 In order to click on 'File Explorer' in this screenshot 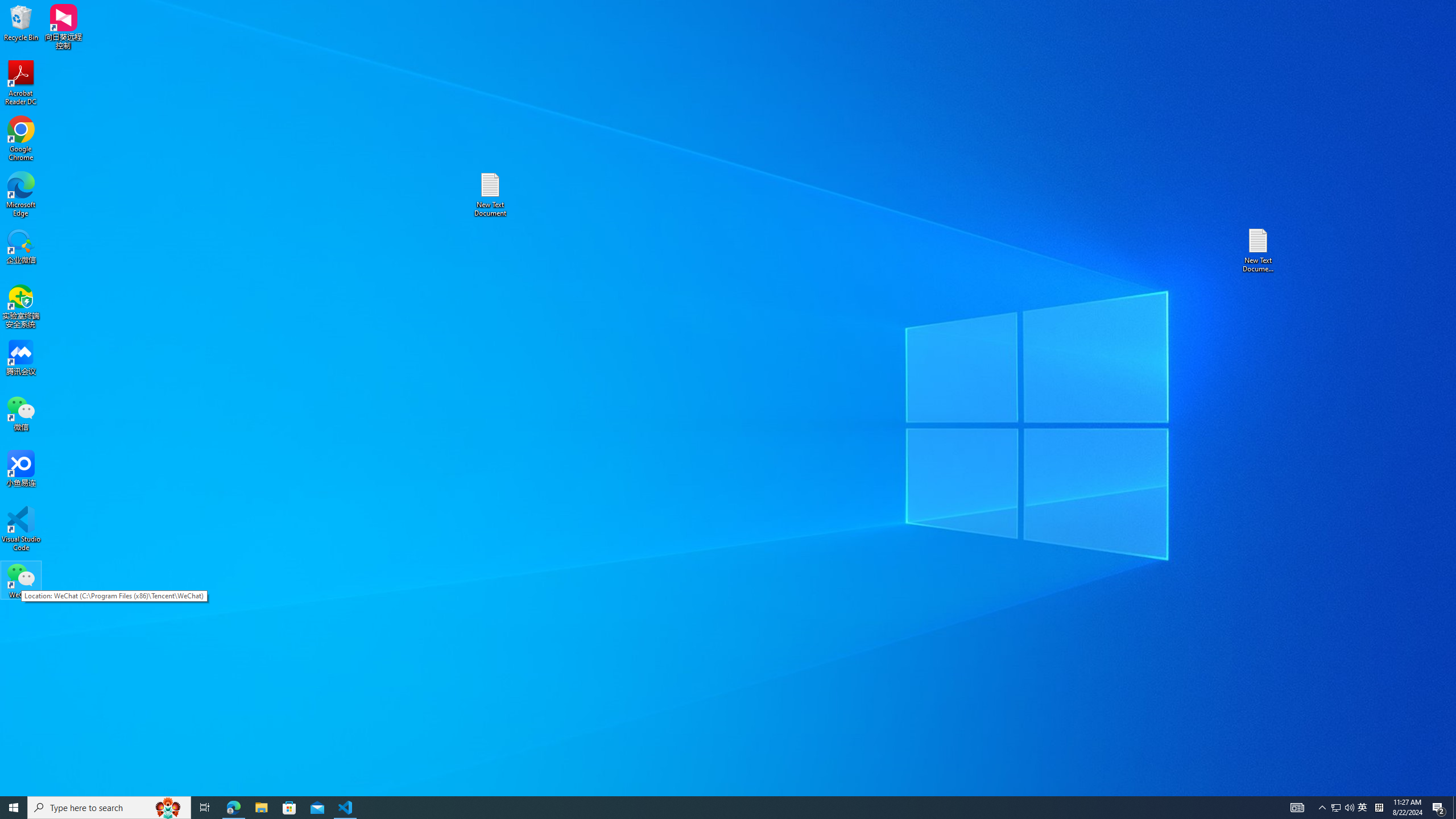, I will do `click(260, 806)`.